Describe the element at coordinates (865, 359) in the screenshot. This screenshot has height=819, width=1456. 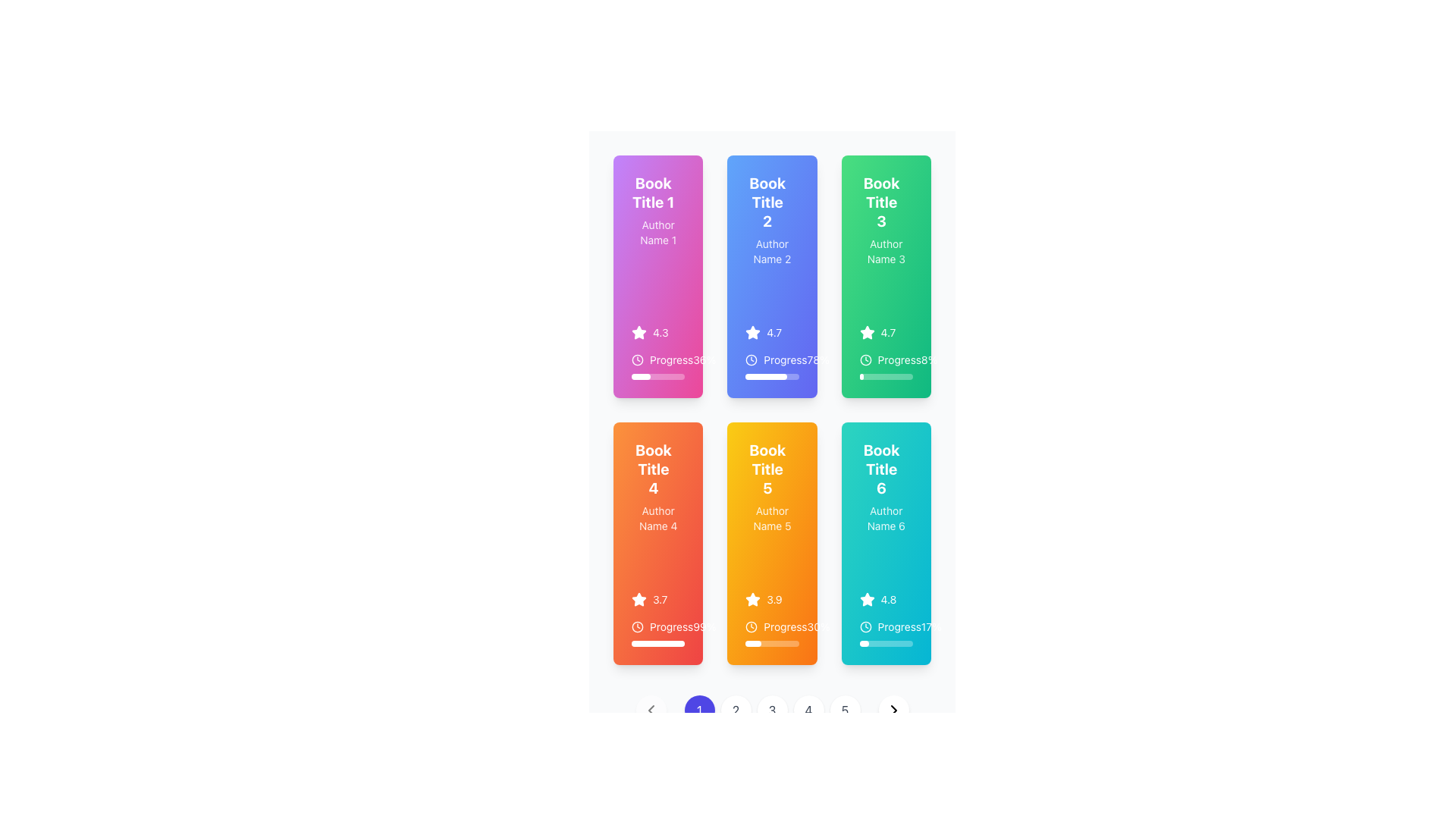
I see `the Circular SVG element representing the clock's main boundary within the clock icon, located underneath the 'Book Title 3' card` at that location.